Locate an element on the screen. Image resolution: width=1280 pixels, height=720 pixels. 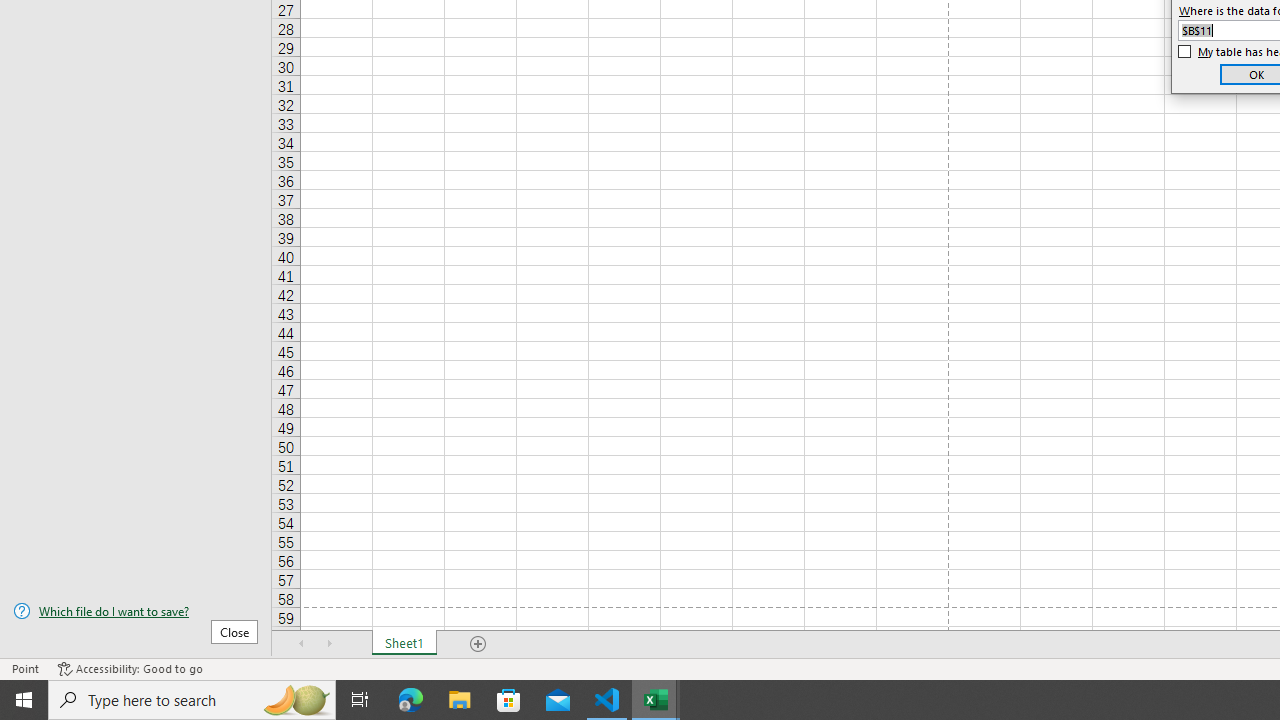
'Type here to search' is located at coordinates (192, 698).